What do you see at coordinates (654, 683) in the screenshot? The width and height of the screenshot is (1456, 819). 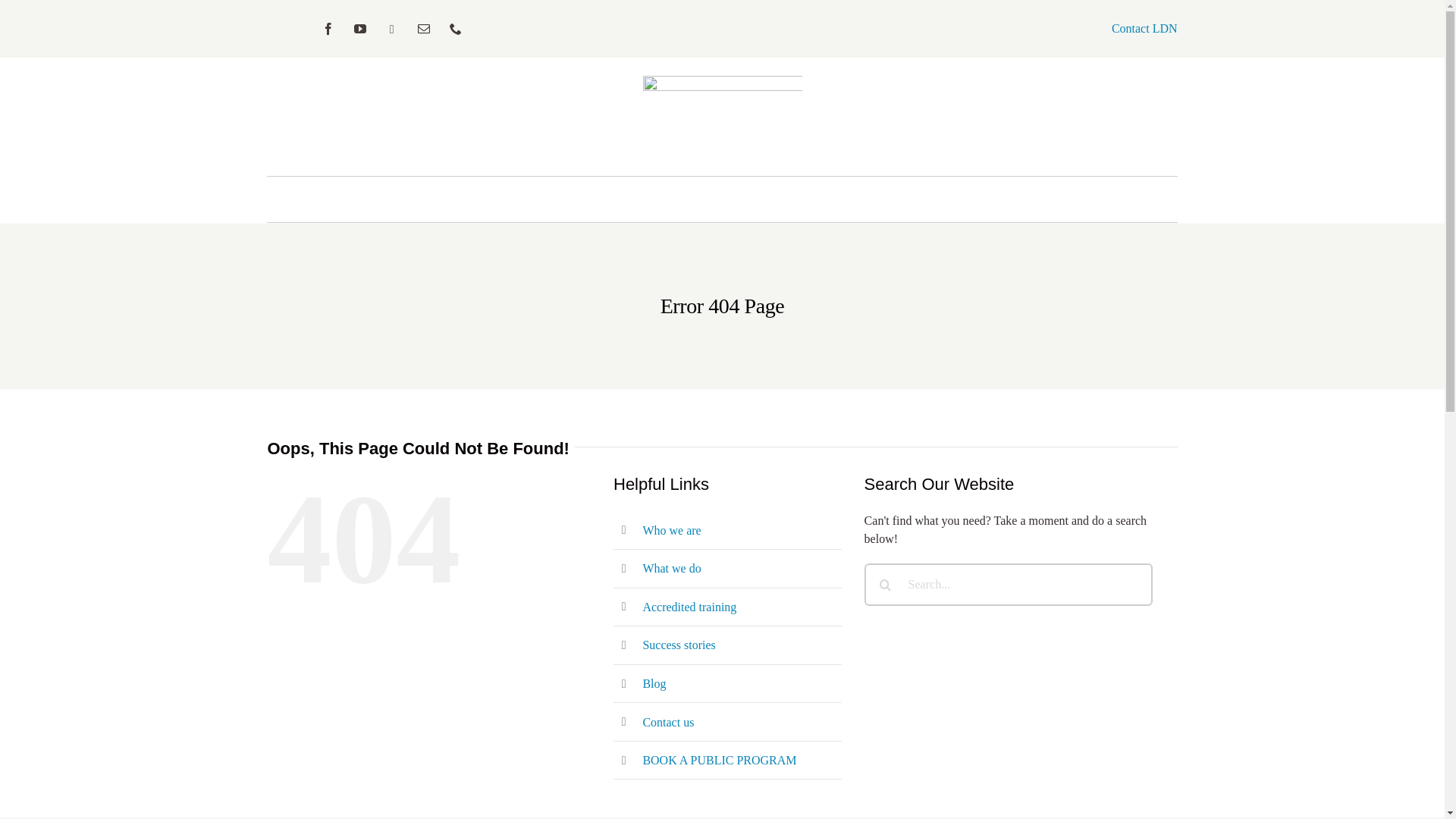 I see `'Blog'` at bounding box center [654, 683].